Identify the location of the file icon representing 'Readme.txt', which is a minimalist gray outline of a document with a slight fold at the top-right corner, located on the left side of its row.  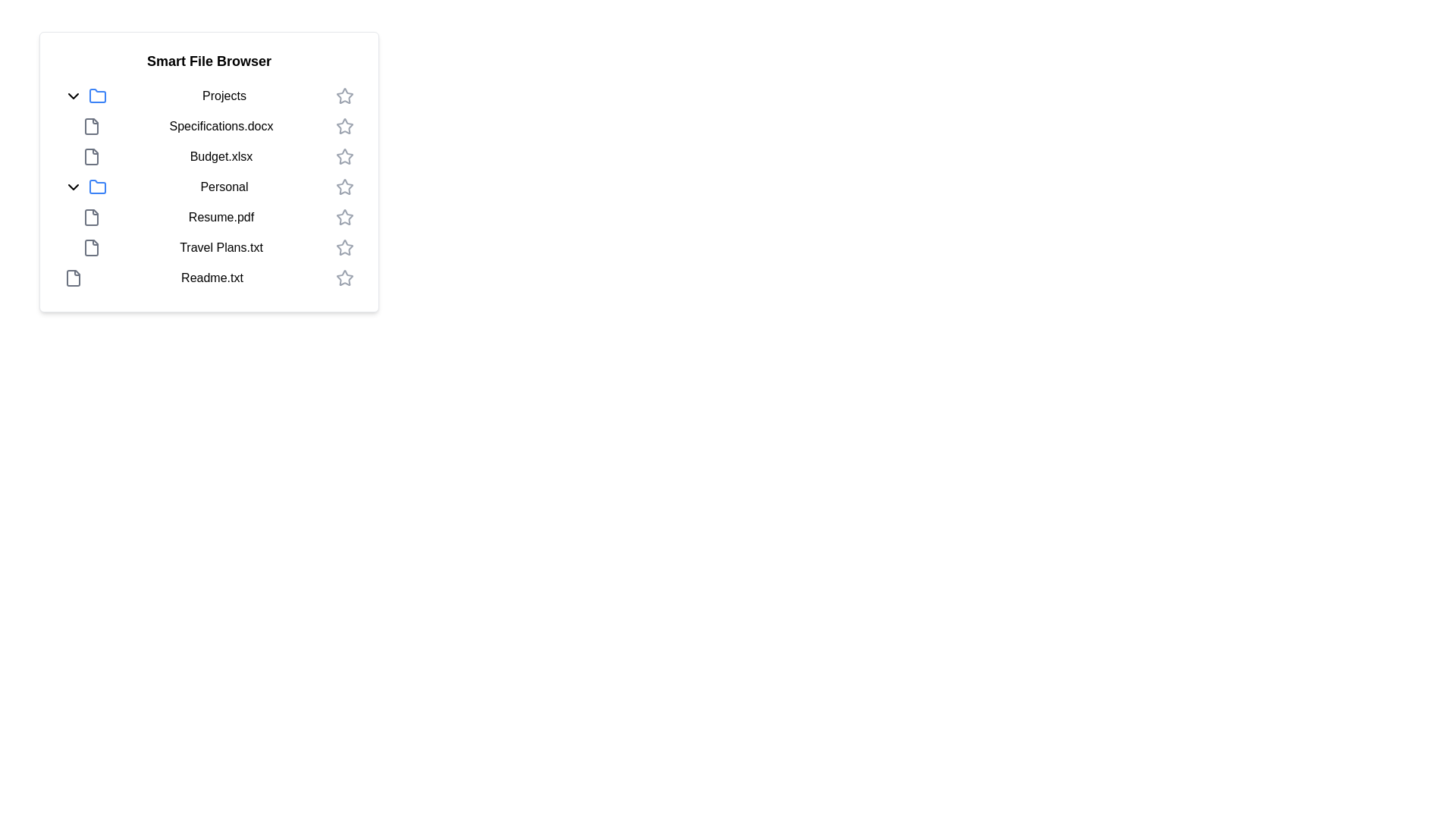
(72, 278).